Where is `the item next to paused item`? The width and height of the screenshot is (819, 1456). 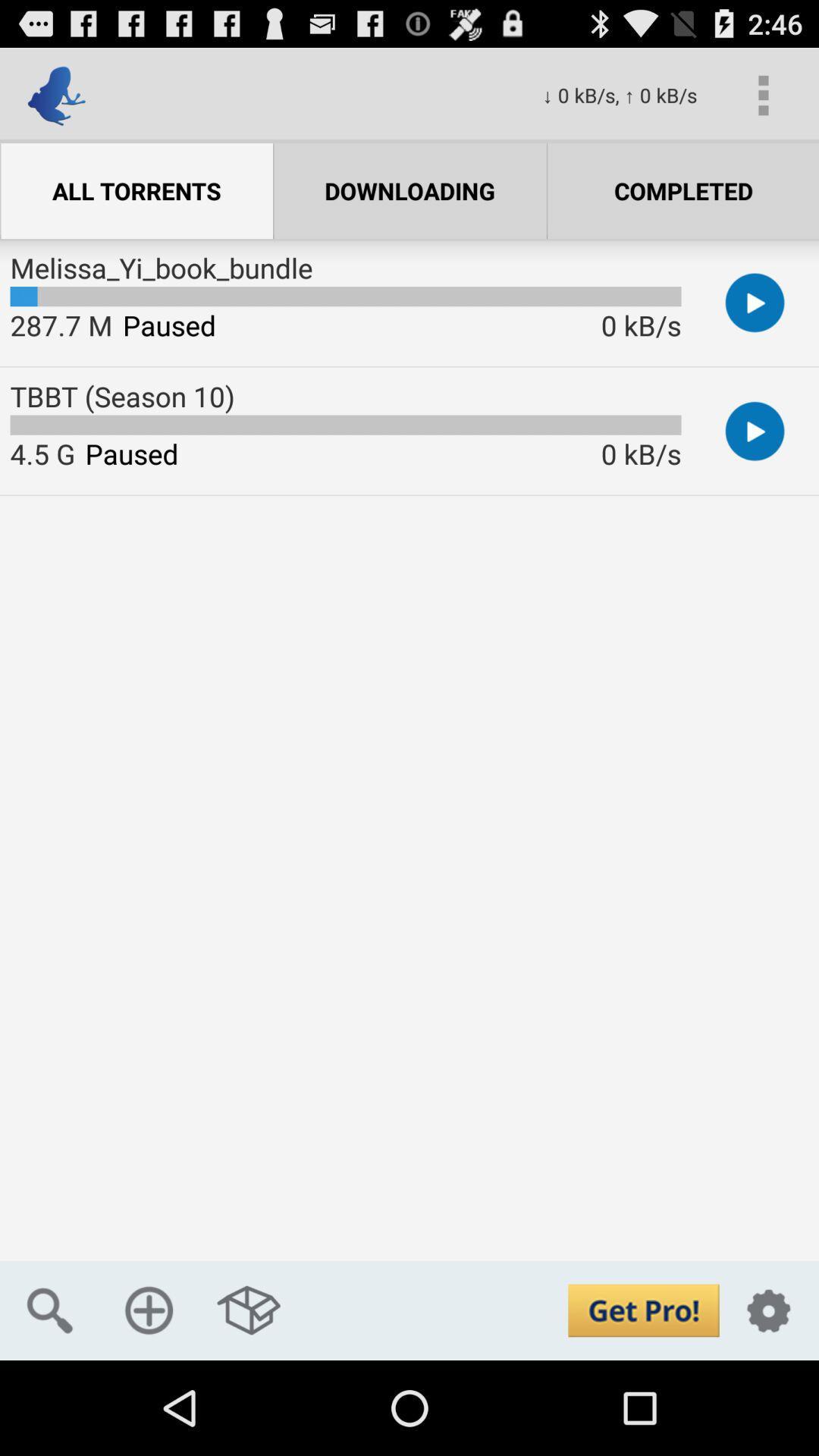 the item next to paused item is located at coordinates (42, 453).